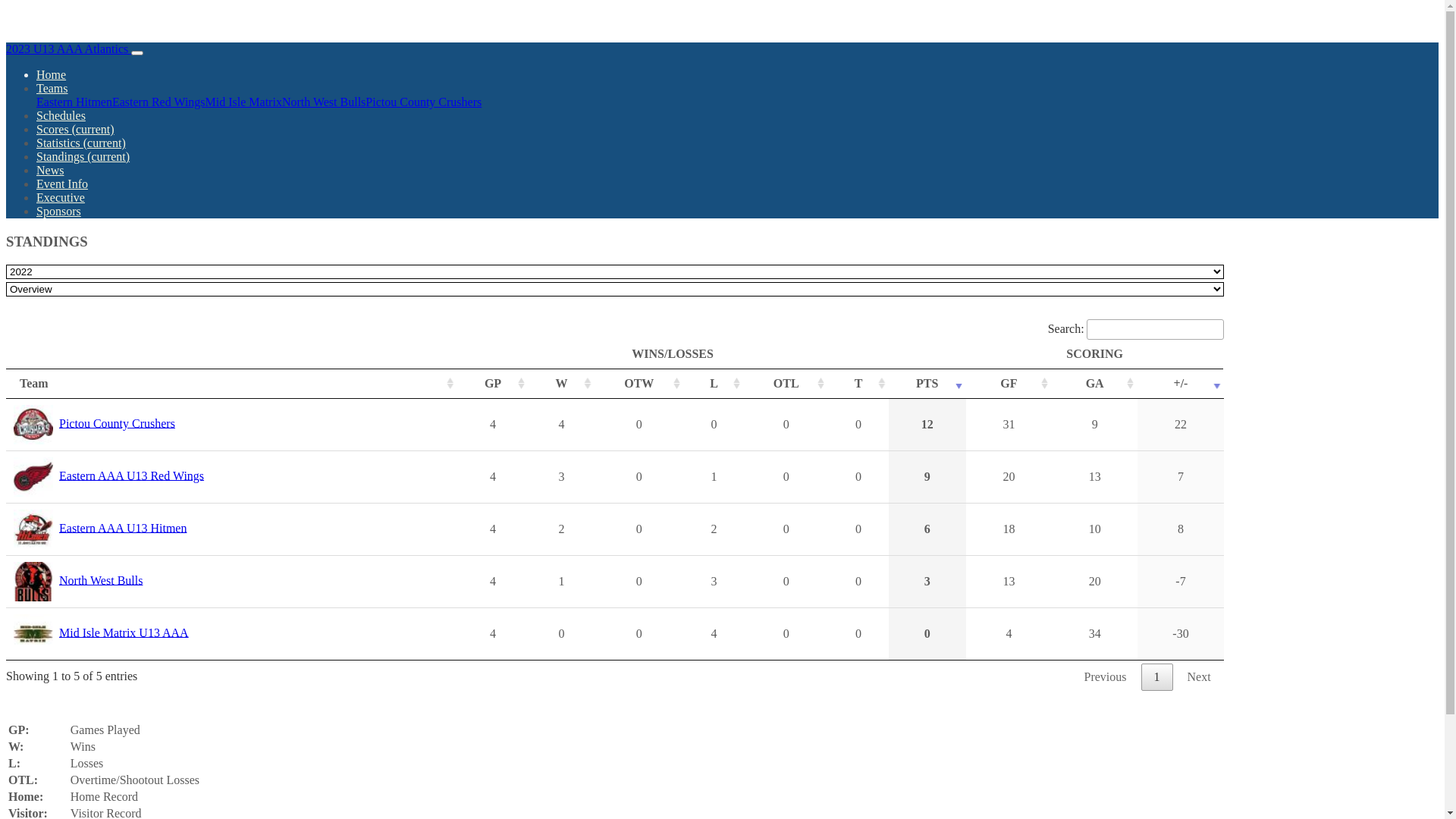 This screenshot has width=1456, height=819. What do you see at coordinates (67, 48) in the screenshot?
I see `'2023 U13 AAA Atlantics'` at bounding box center [67, 48].